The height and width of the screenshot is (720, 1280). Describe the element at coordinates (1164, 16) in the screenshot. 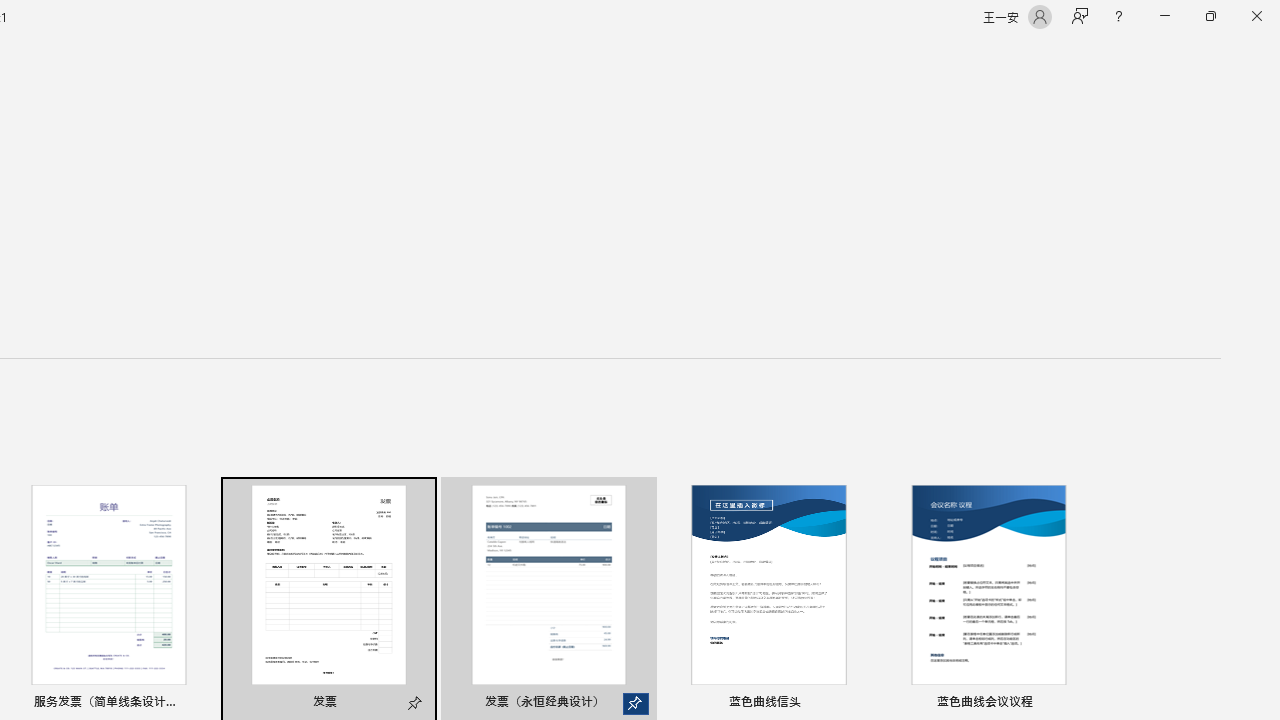

I see `'Minimize'` at that location.